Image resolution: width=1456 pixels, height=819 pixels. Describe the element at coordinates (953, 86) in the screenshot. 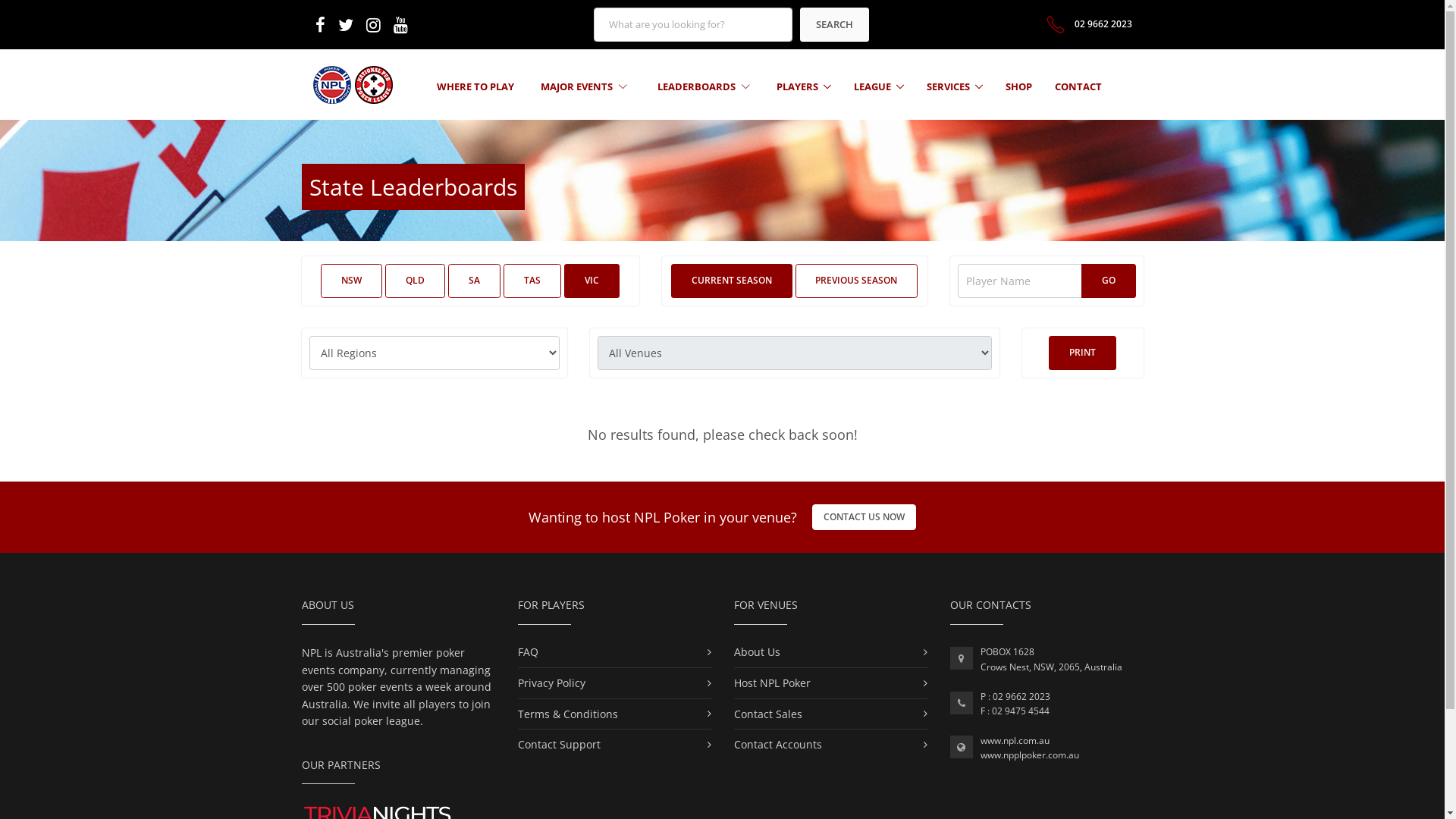

I see `'SERVICES'` at that location.